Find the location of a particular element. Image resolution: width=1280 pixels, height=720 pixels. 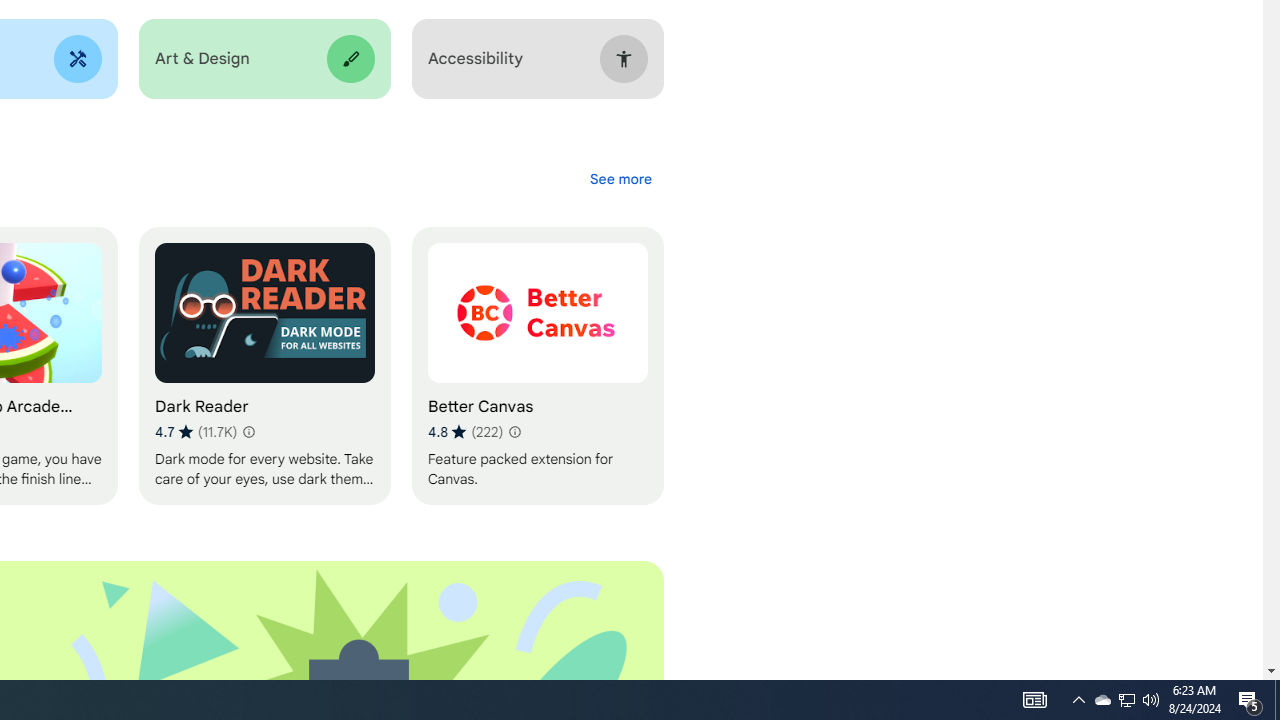

'Art & Design' is located at coordinates (263, 58).